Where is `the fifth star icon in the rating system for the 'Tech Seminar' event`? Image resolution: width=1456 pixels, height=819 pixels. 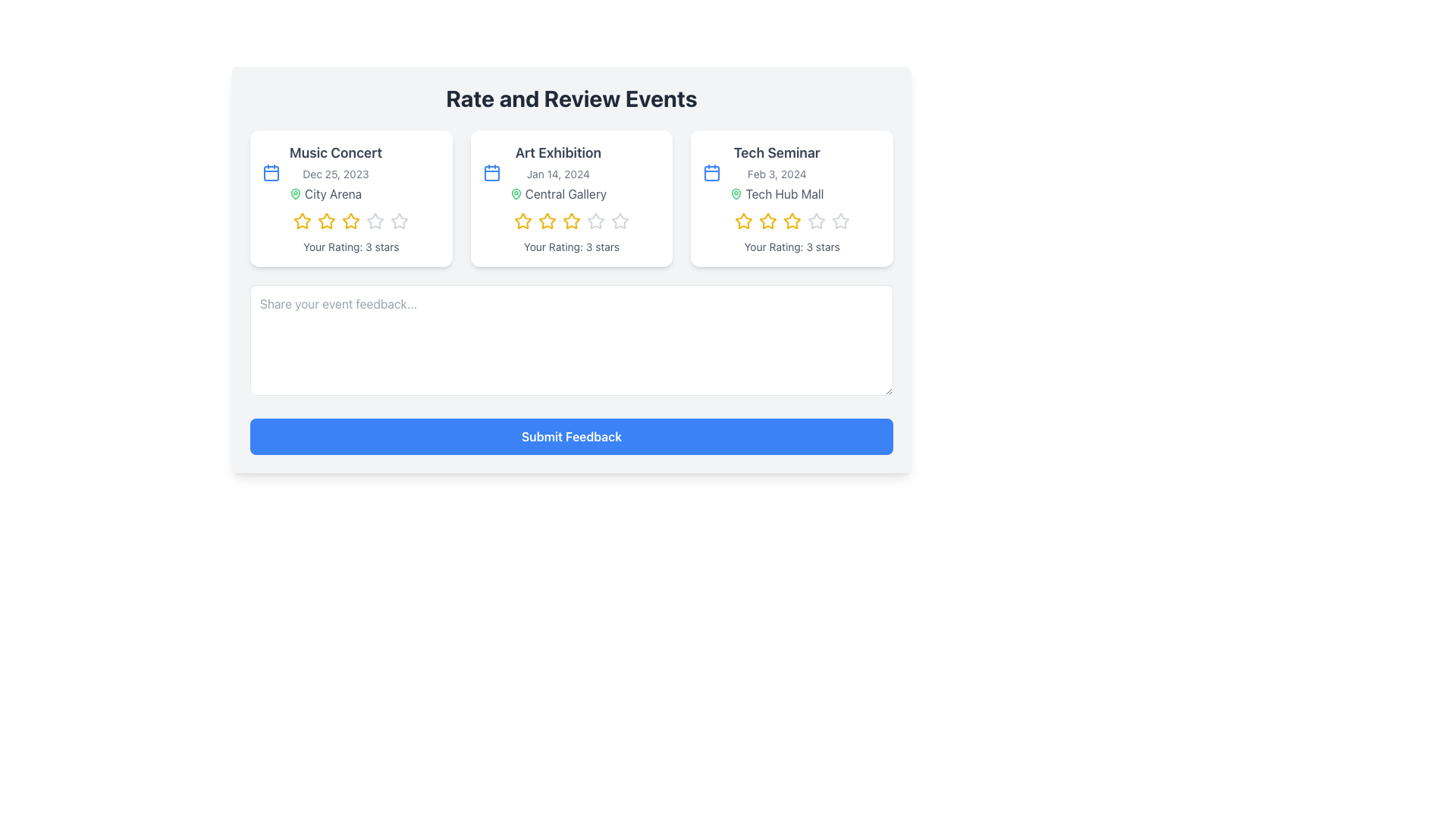 the fifth star icon in the rating system for the 'Tech Seminar' event is located at coordinates (815, 221).